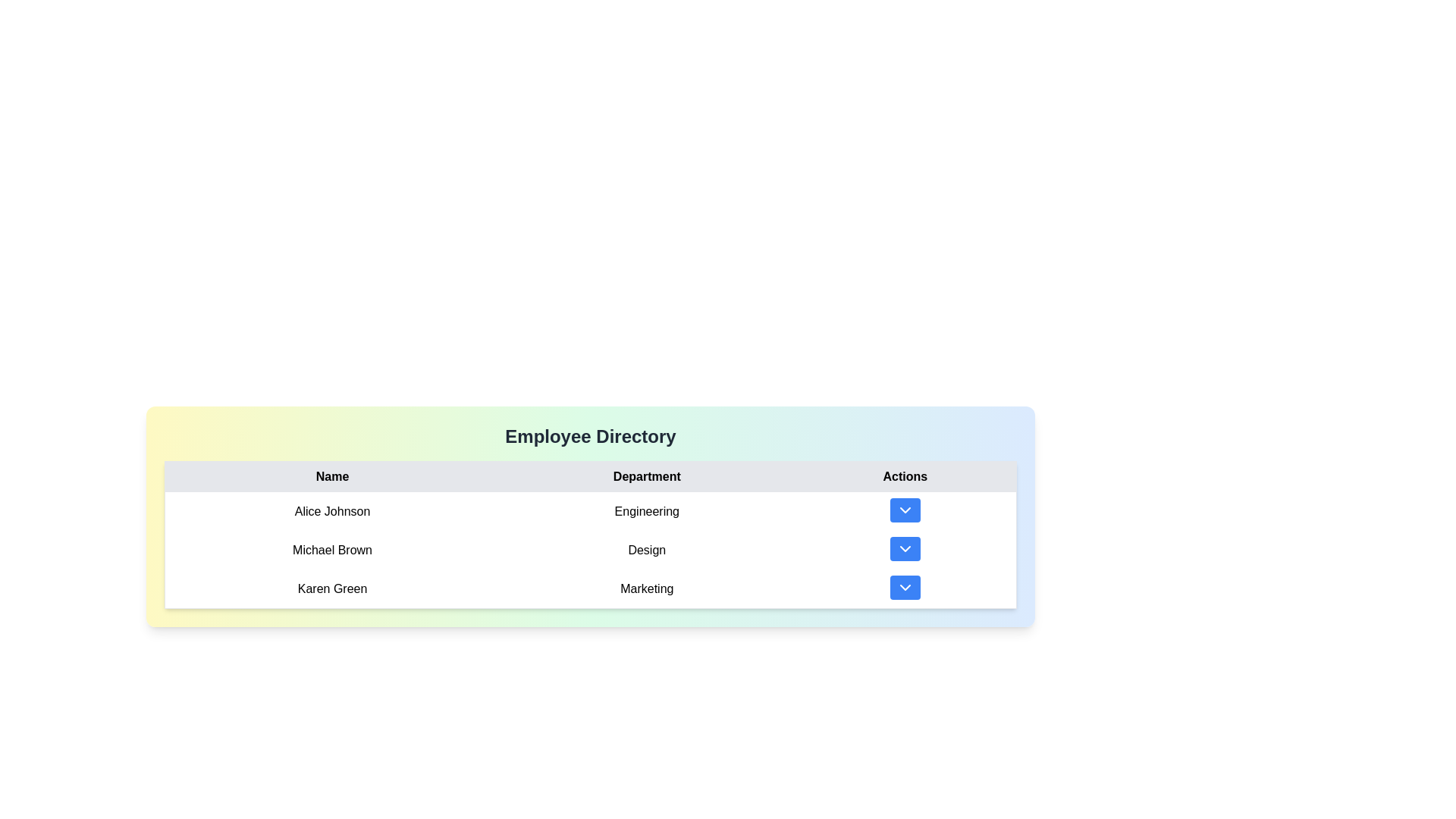  Describe the element at coordinates (331, 511) in the screenshot. I see `the text label displaying 'Alice Johnson' in the first column of the table, which is located directly under the header labeled 'Name'` at that location.